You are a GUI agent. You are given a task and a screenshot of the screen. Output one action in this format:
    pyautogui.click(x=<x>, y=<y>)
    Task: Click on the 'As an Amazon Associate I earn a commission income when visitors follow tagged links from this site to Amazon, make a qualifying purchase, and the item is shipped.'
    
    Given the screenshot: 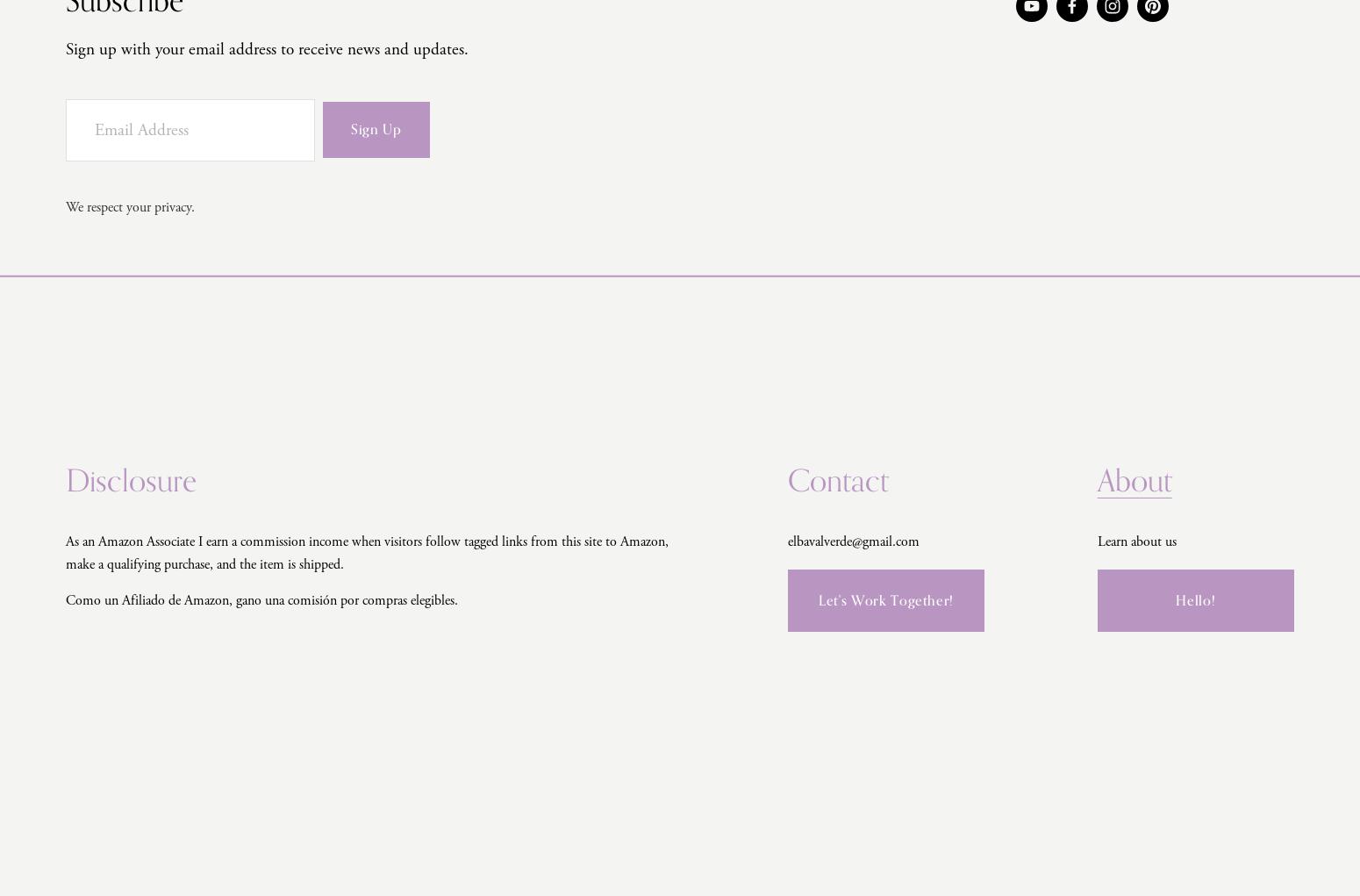 What is the action you would take?
    pyautogui.click(x=369, y=551)
    